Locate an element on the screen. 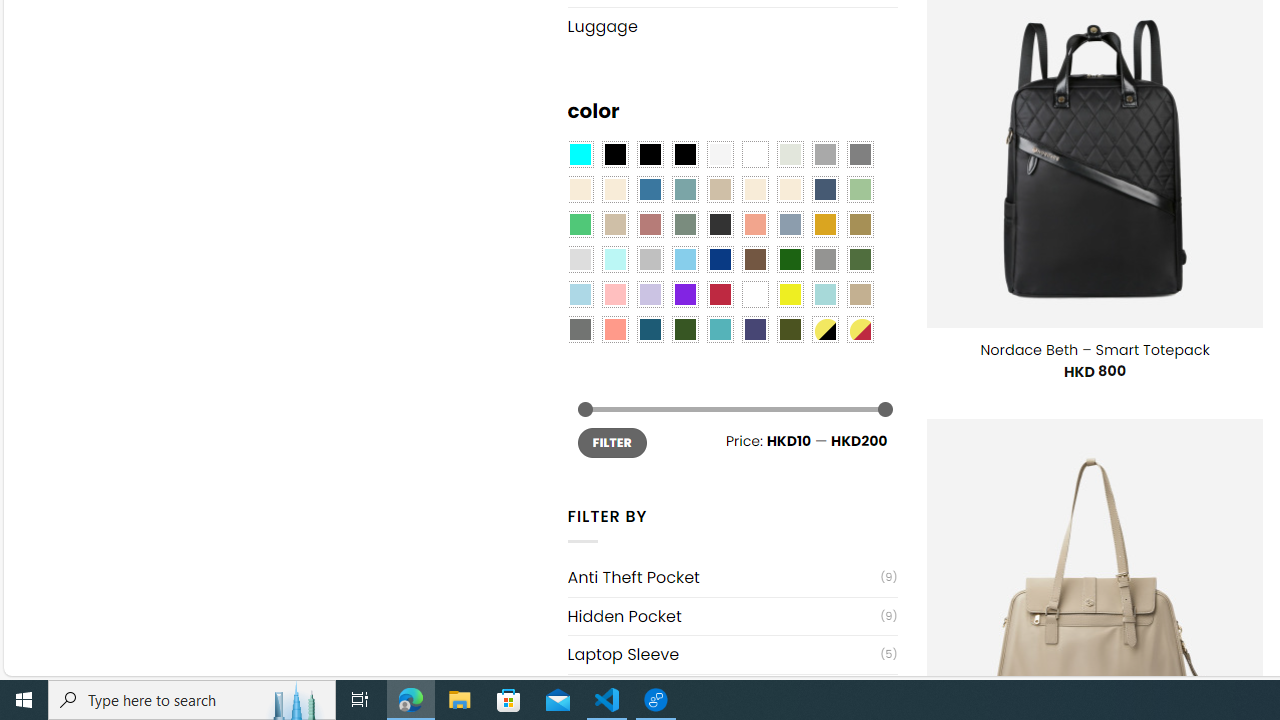  'All Gray' is located at coordinates (860, 153).